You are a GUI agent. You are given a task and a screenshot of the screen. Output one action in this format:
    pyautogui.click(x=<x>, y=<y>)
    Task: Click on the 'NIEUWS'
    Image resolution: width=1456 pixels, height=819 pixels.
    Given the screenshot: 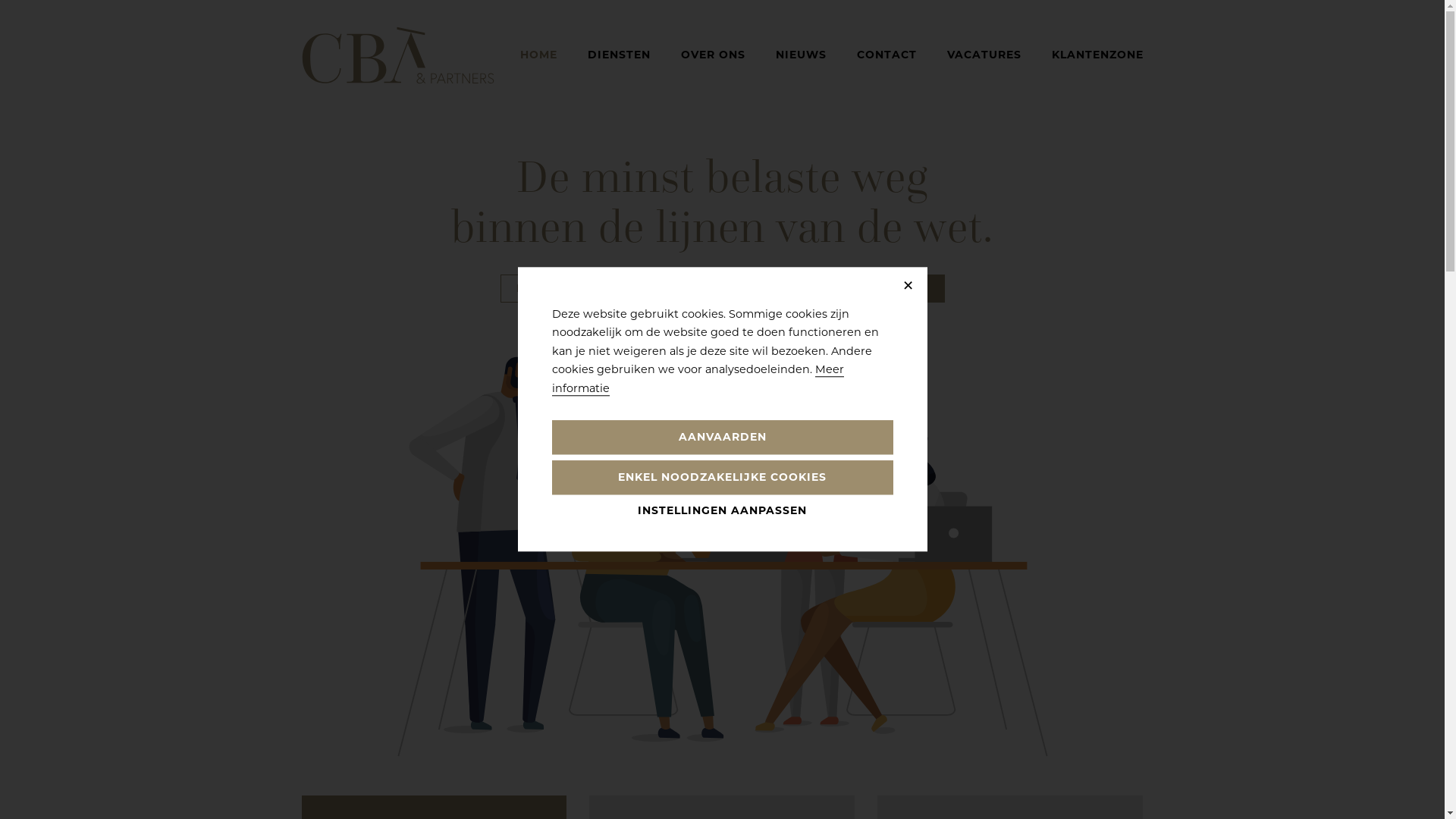 What is the action you would take?
    pyautogui.click(x=799, y=54)
    